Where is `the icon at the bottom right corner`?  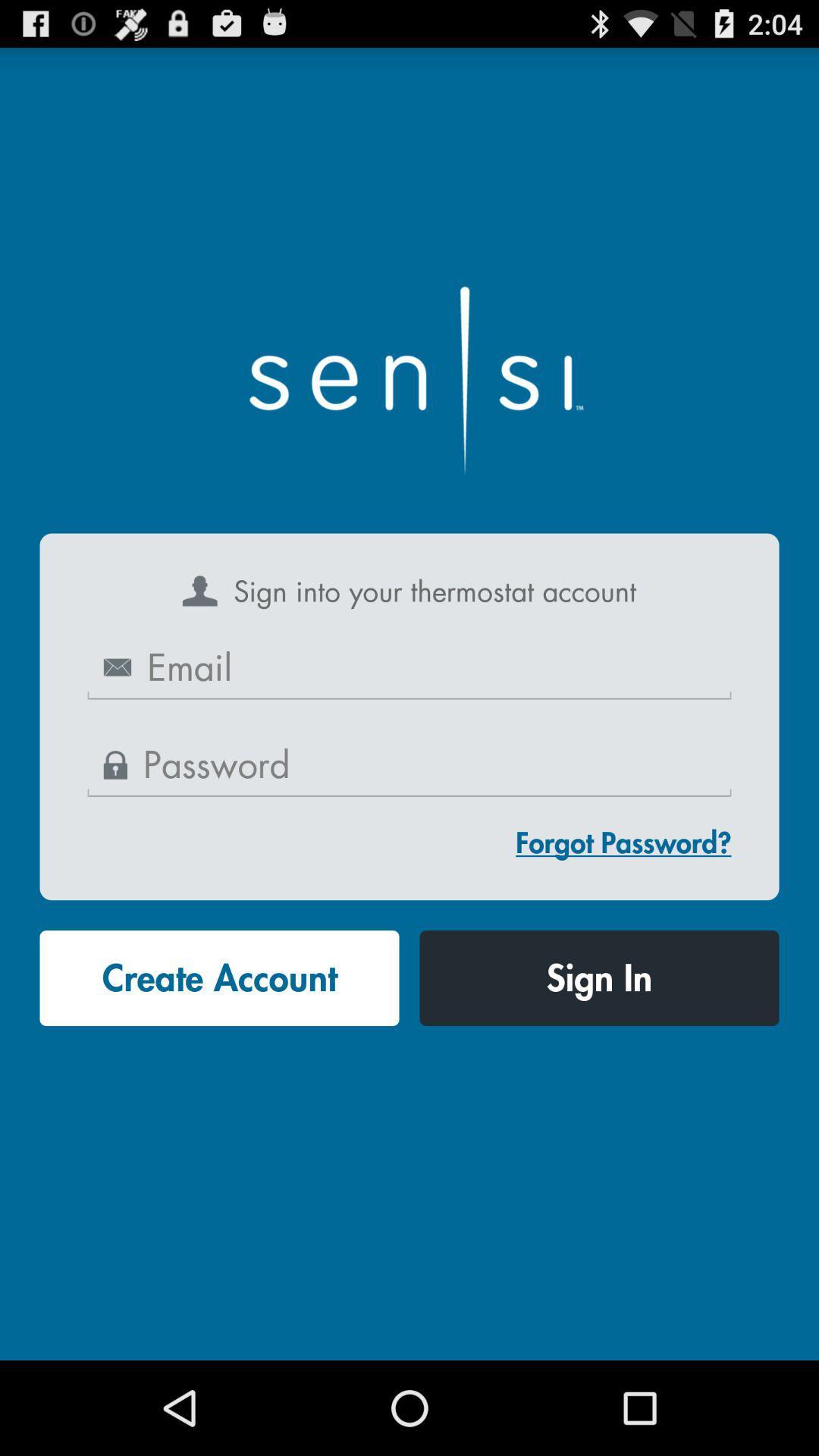 the icon at the bottom right corner is located at coordinates (598, 978).